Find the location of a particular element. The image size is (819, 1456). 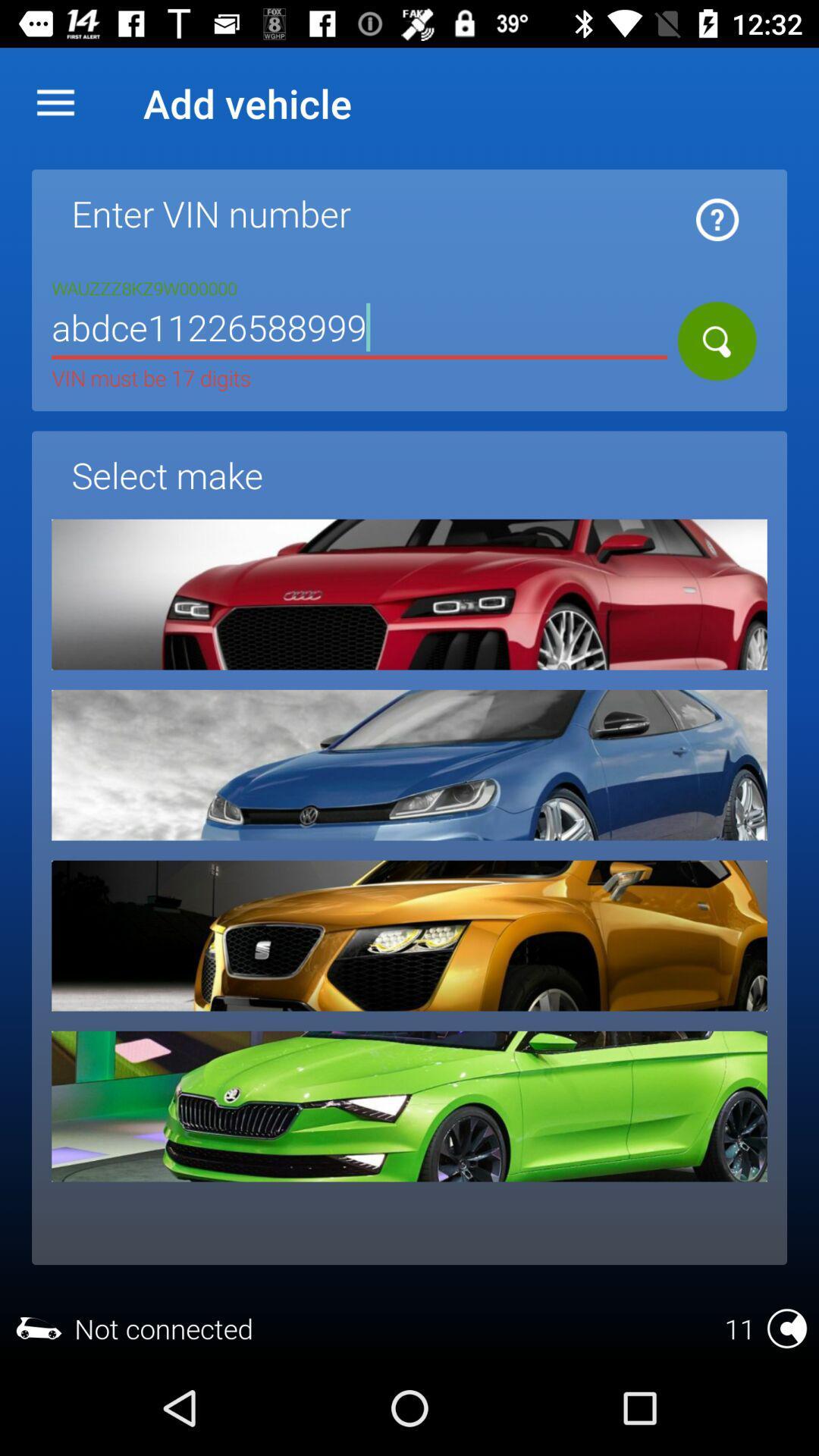

the abdce11226588999 icon is located at coordinates (359, 329).